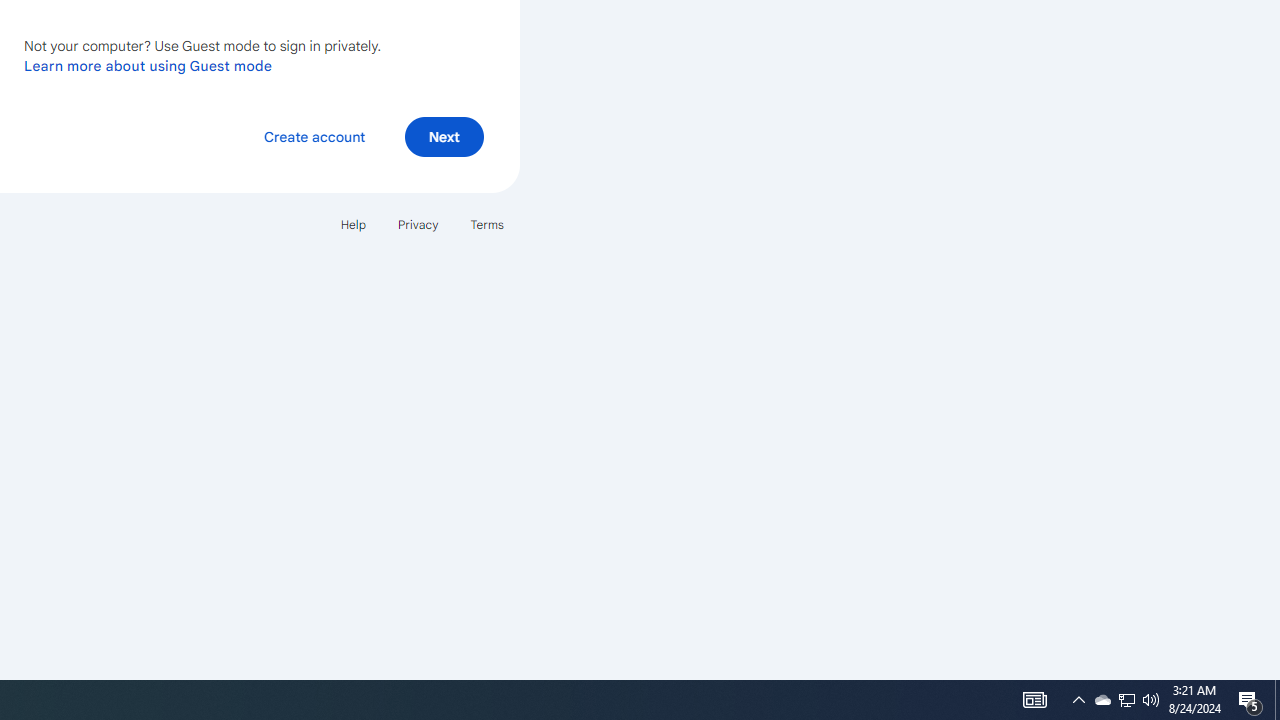 The height and width of the screenshot is (720, 1280). What do you see at coordinates (313, 135) in the screenshot?
I see `'Create account'` at bounding box center [313, 135].